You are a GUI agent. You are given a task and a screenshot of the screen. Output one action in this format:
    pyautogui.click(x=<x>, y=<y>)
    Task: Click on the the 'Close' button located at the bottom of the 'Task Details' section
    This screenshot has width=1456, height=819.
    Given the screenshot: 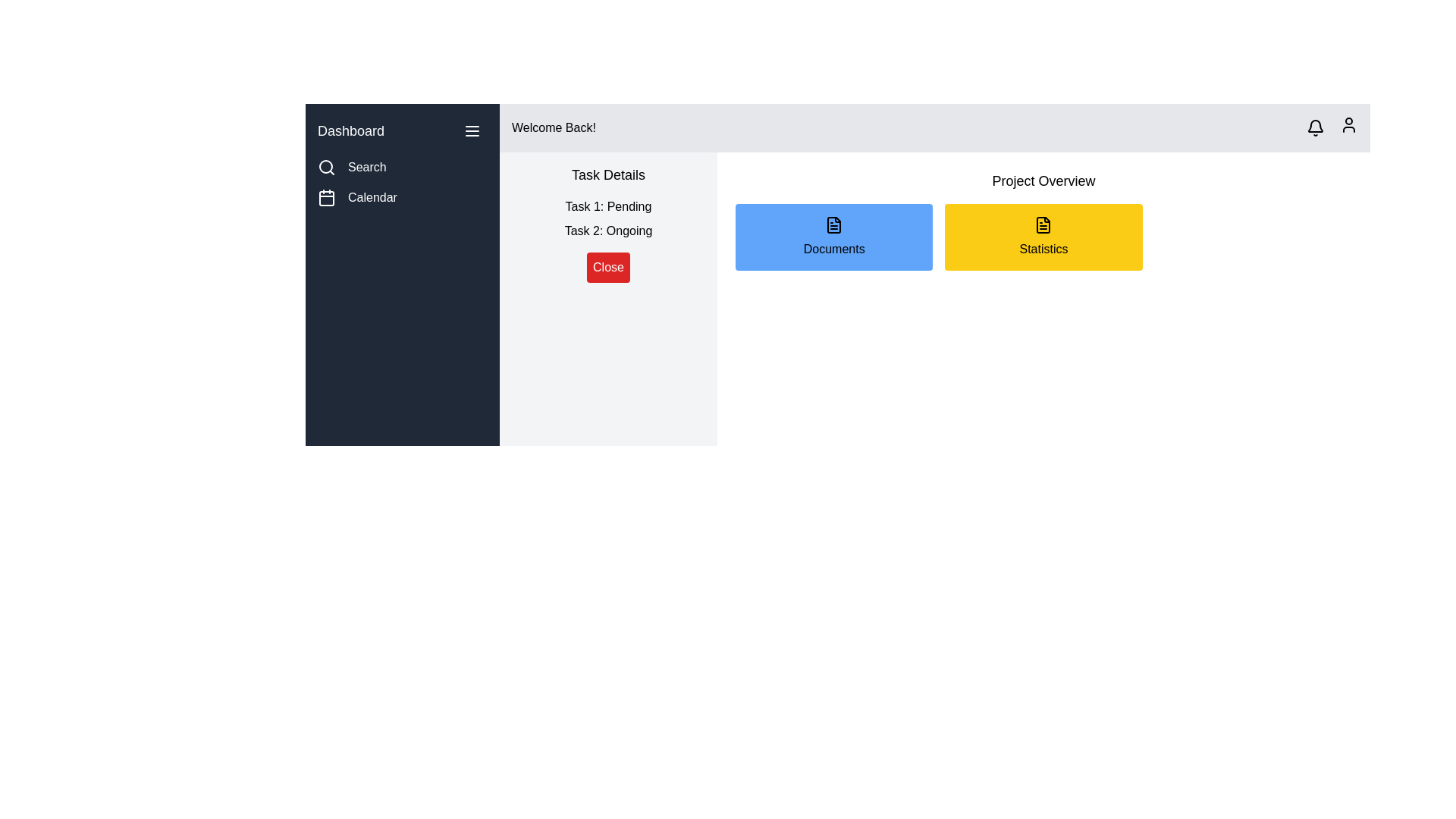 What is the action you would take?
    pyautogui.click(x=608, y=267)
    